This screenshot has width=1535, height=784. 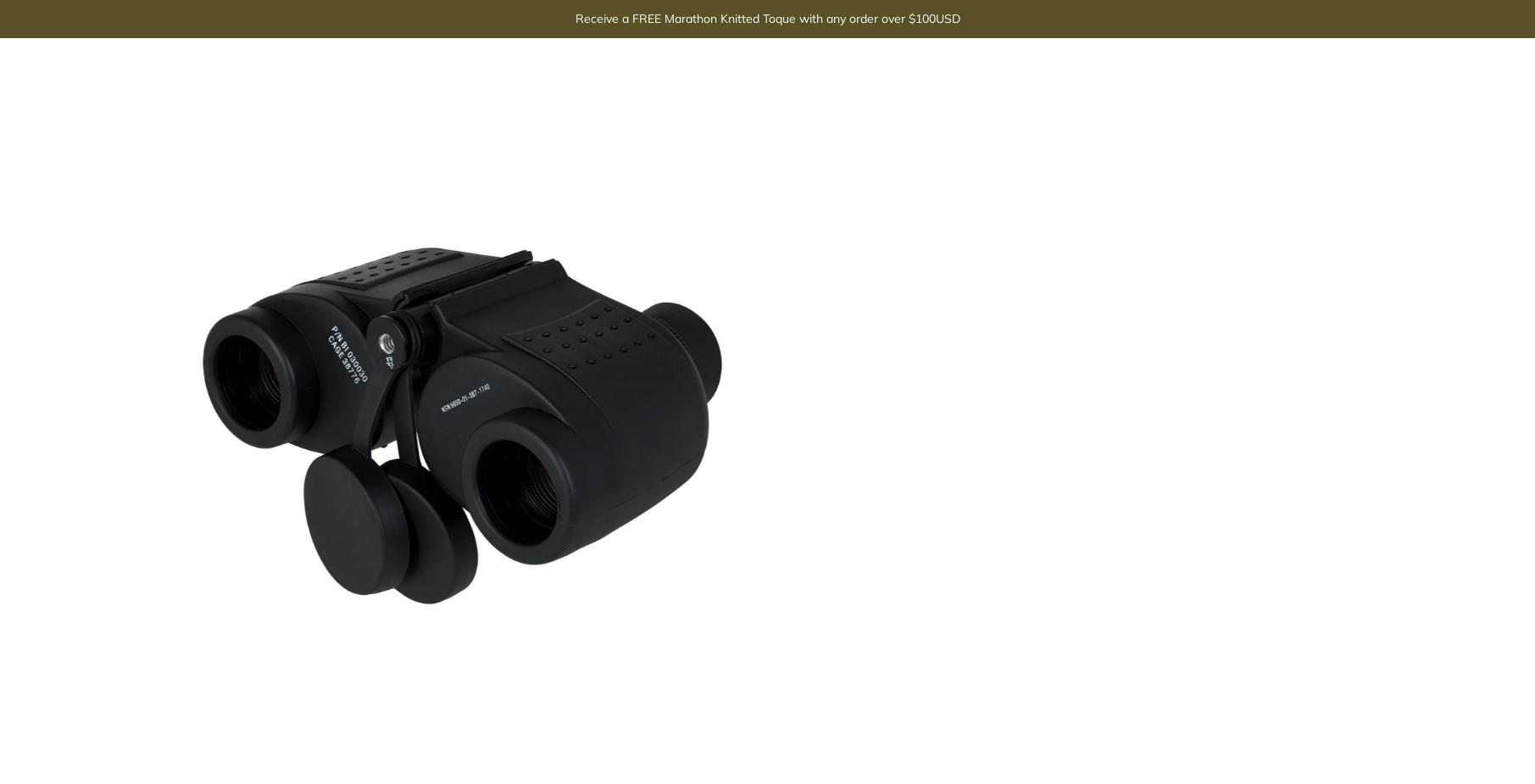 I want to click on 'ACCESSORIES INCLUDED:', so click(x=971, y=253).